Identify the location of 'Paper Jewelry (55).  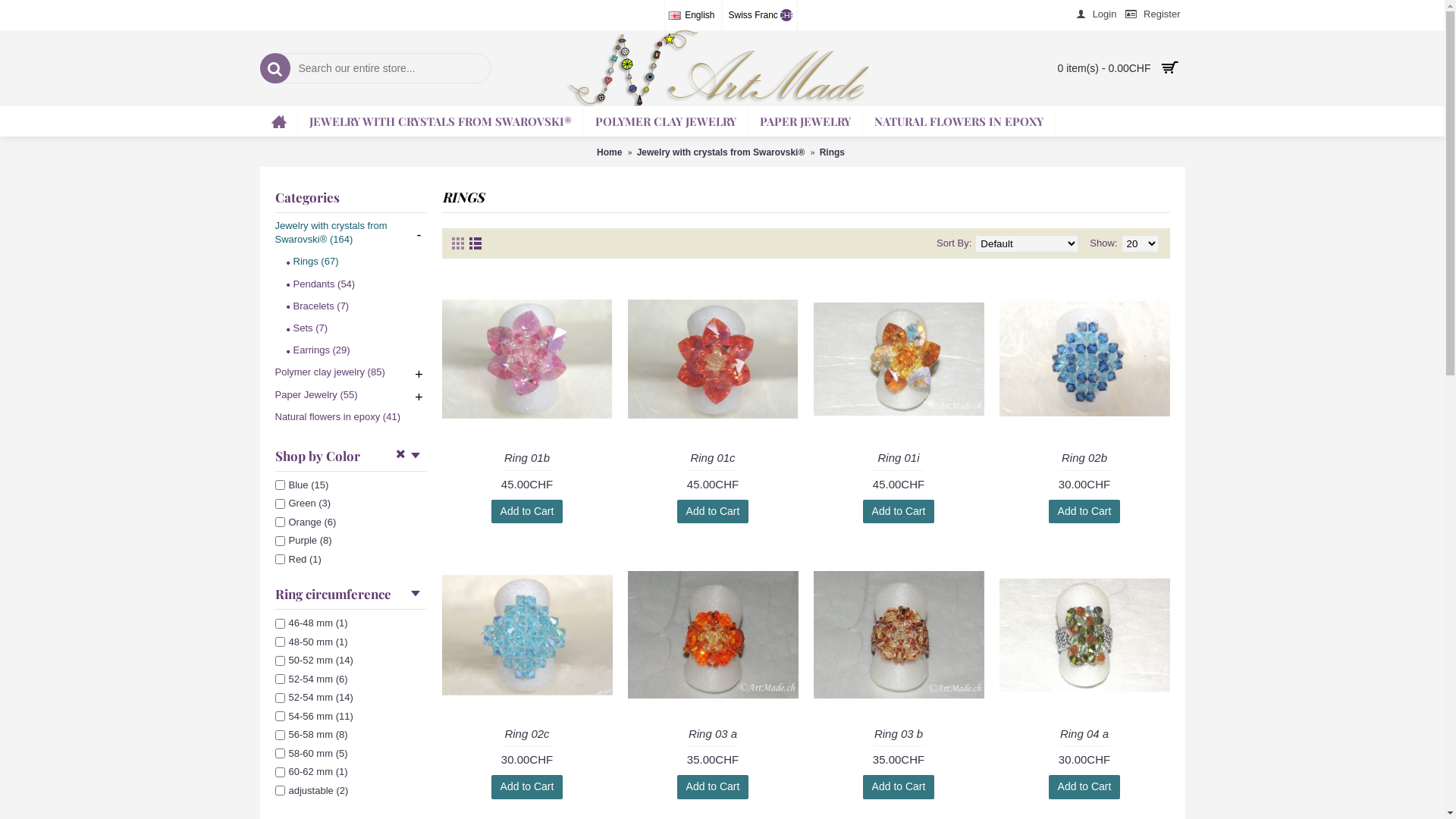
(349, 392).